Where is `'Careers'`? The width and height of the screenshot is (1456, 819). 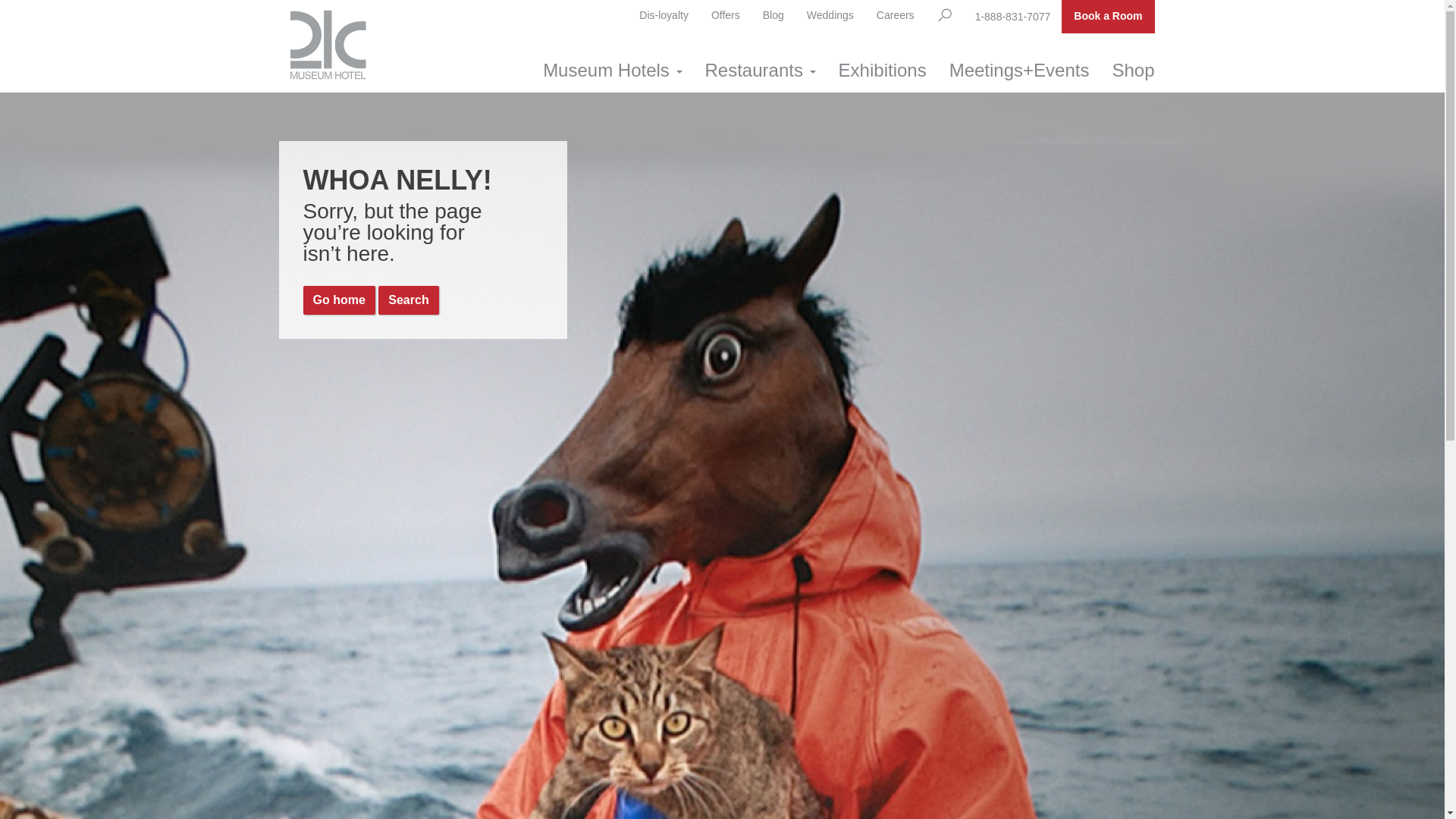 'Careers' is located at coordinates (865, 15).